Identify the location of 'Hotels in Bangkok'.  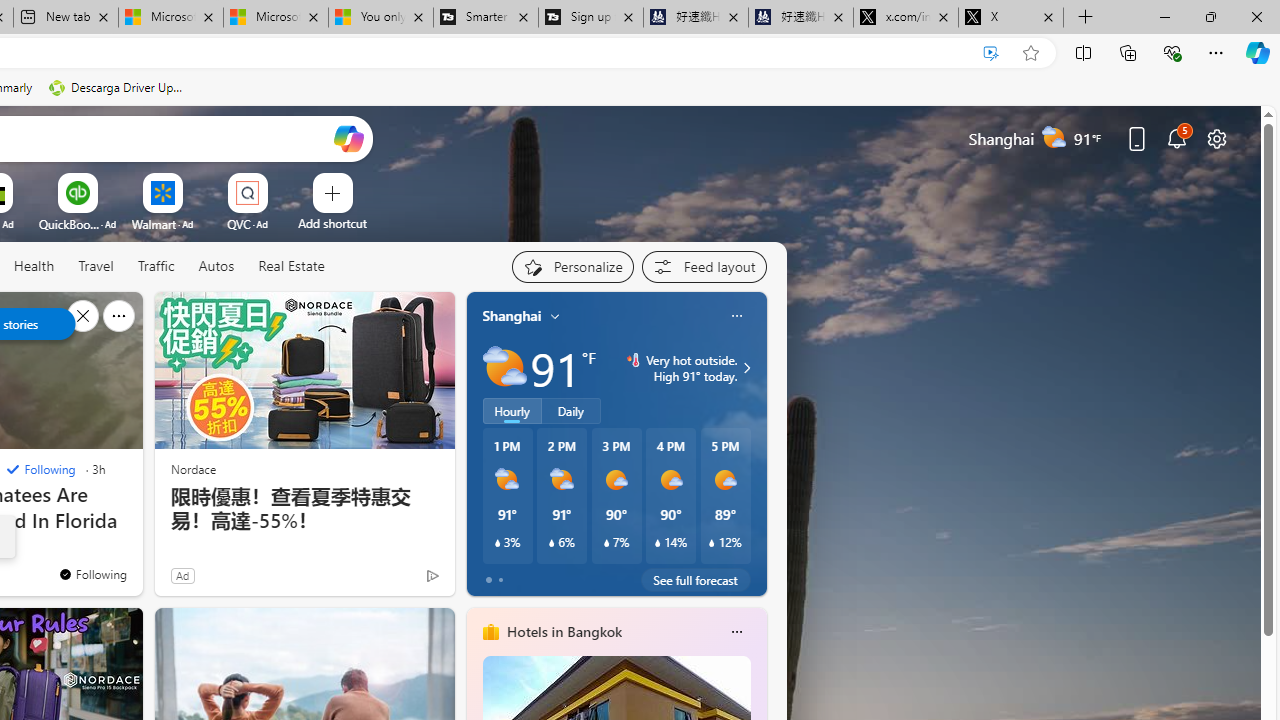
(562, 631).